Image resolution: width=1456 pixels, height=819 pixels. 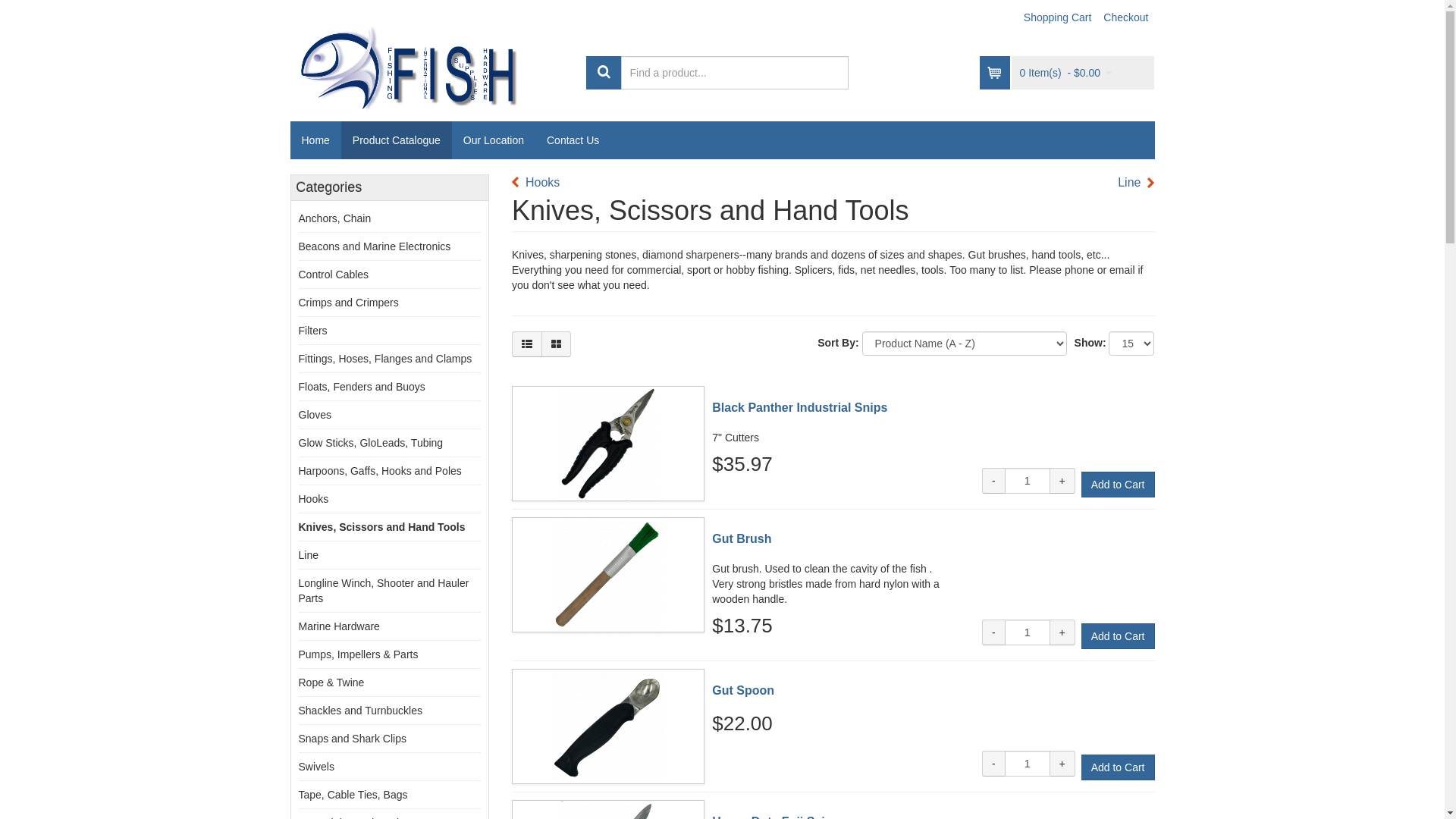 What do you see at coordinates (1080, 767) in the screenshot?
I see `'Add to Cart'` at bounding box center [1080, 767].